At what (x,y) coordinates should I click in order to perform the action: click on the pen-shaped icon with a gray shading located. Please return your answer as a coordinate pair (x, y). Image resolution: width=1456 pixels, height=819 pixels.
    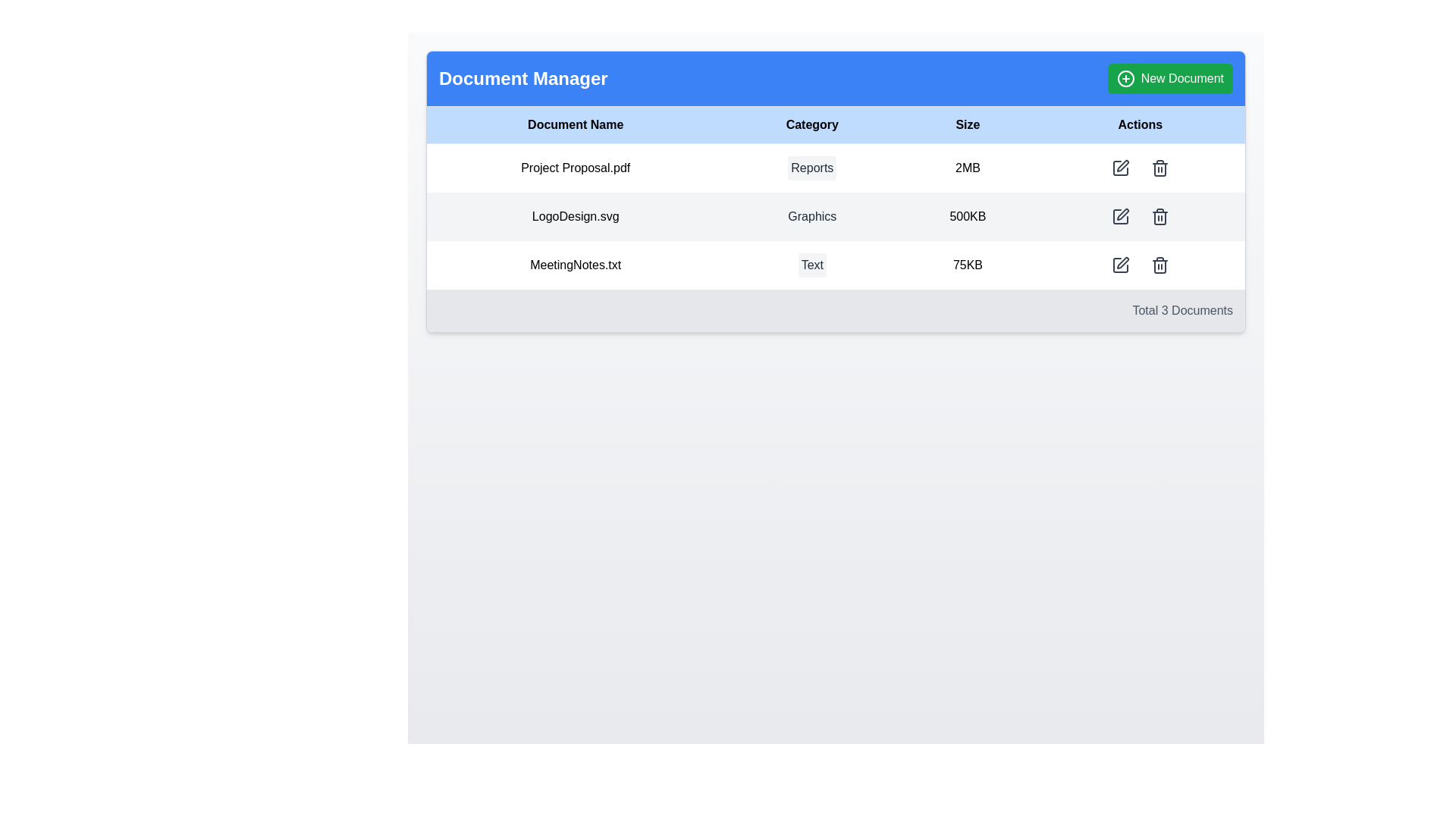
    Looking at the image, I should click on (1120, 265).